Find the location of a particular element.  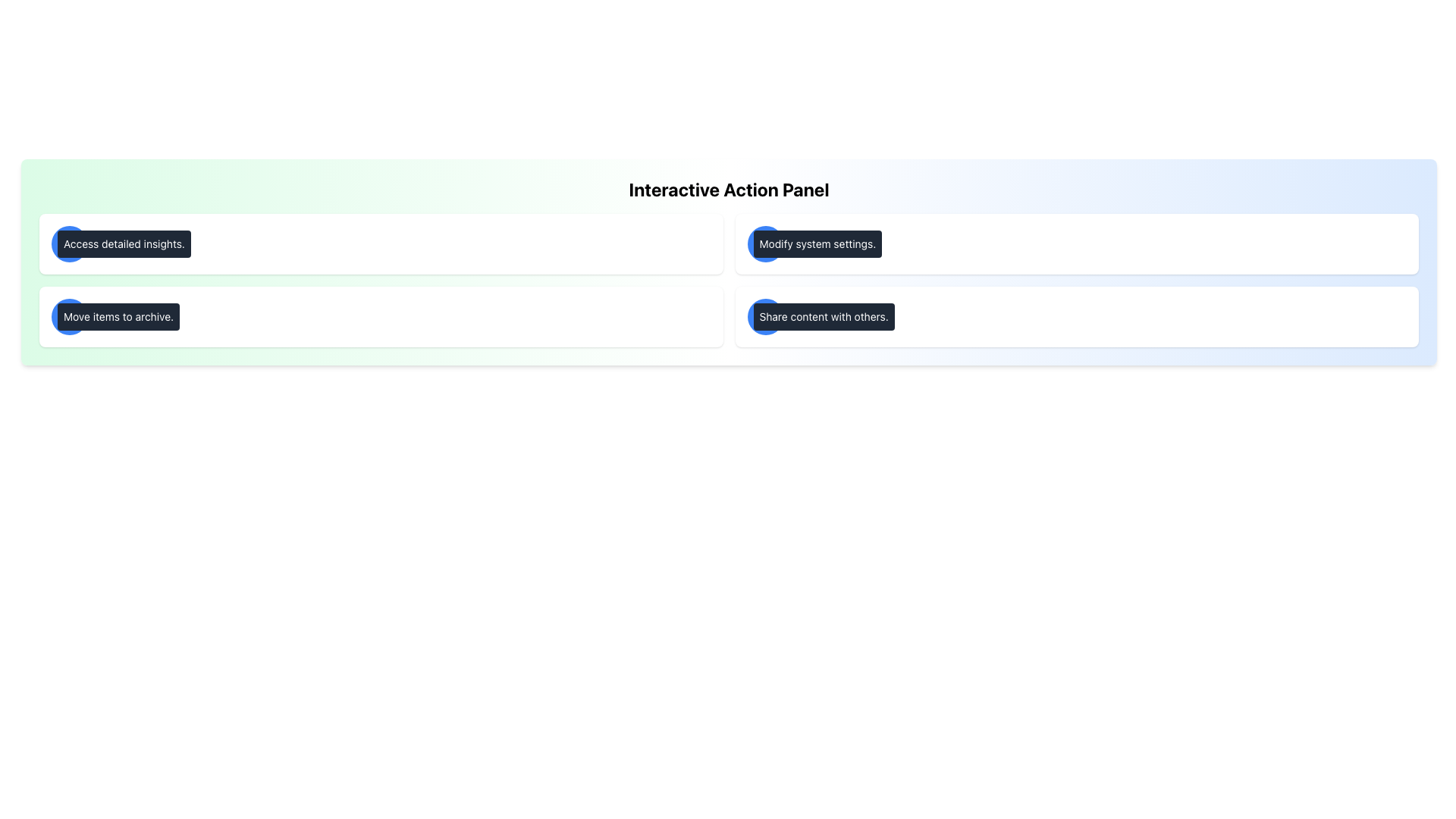

the Text Label located in the top-right card, which indicates an action related to configuring system settings is located at coordinates (827, 243).